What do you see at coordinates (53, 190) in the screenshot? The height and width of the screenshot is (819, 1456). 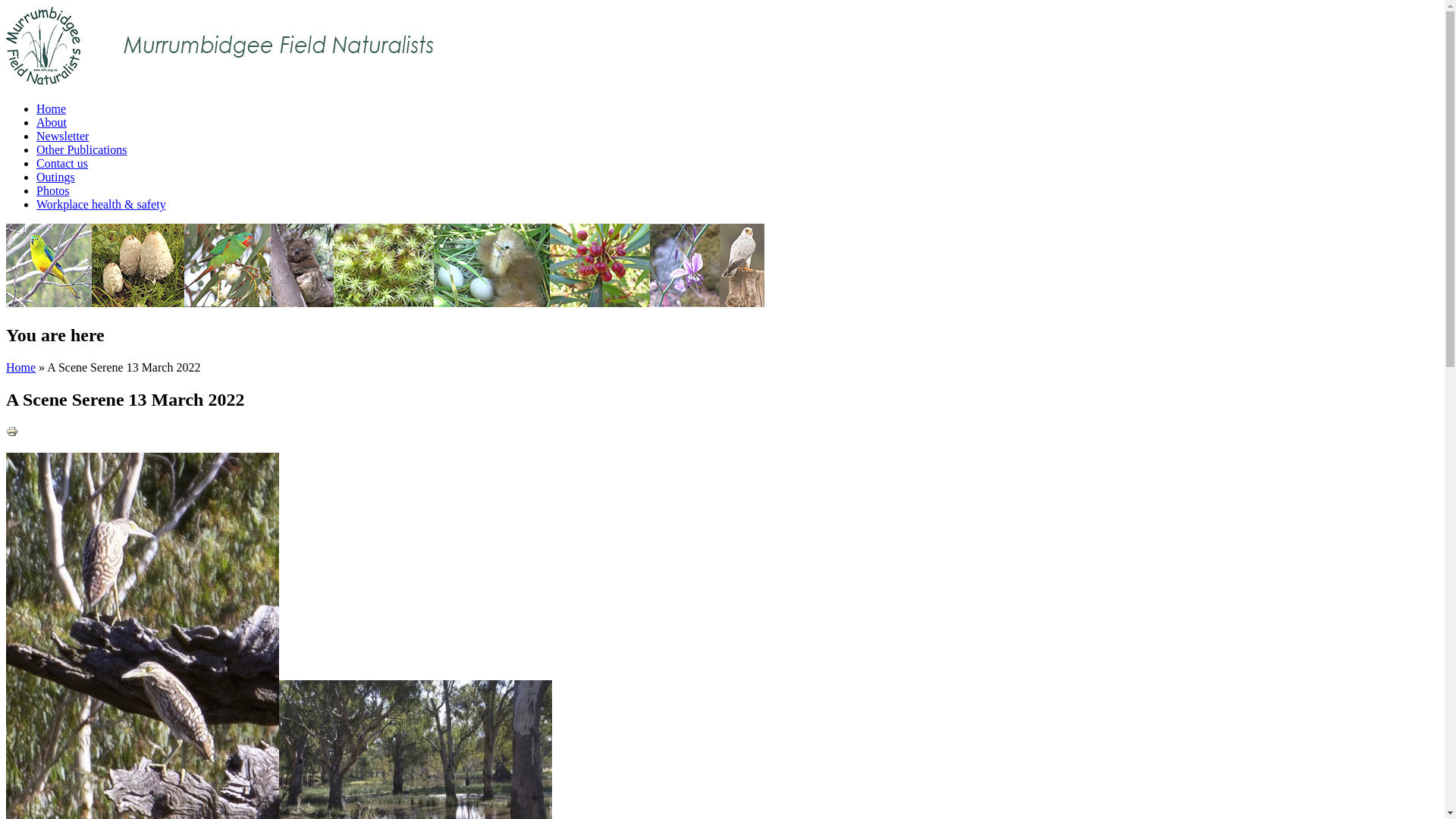 I see `'Photos'` at bounding box center [53, 190].